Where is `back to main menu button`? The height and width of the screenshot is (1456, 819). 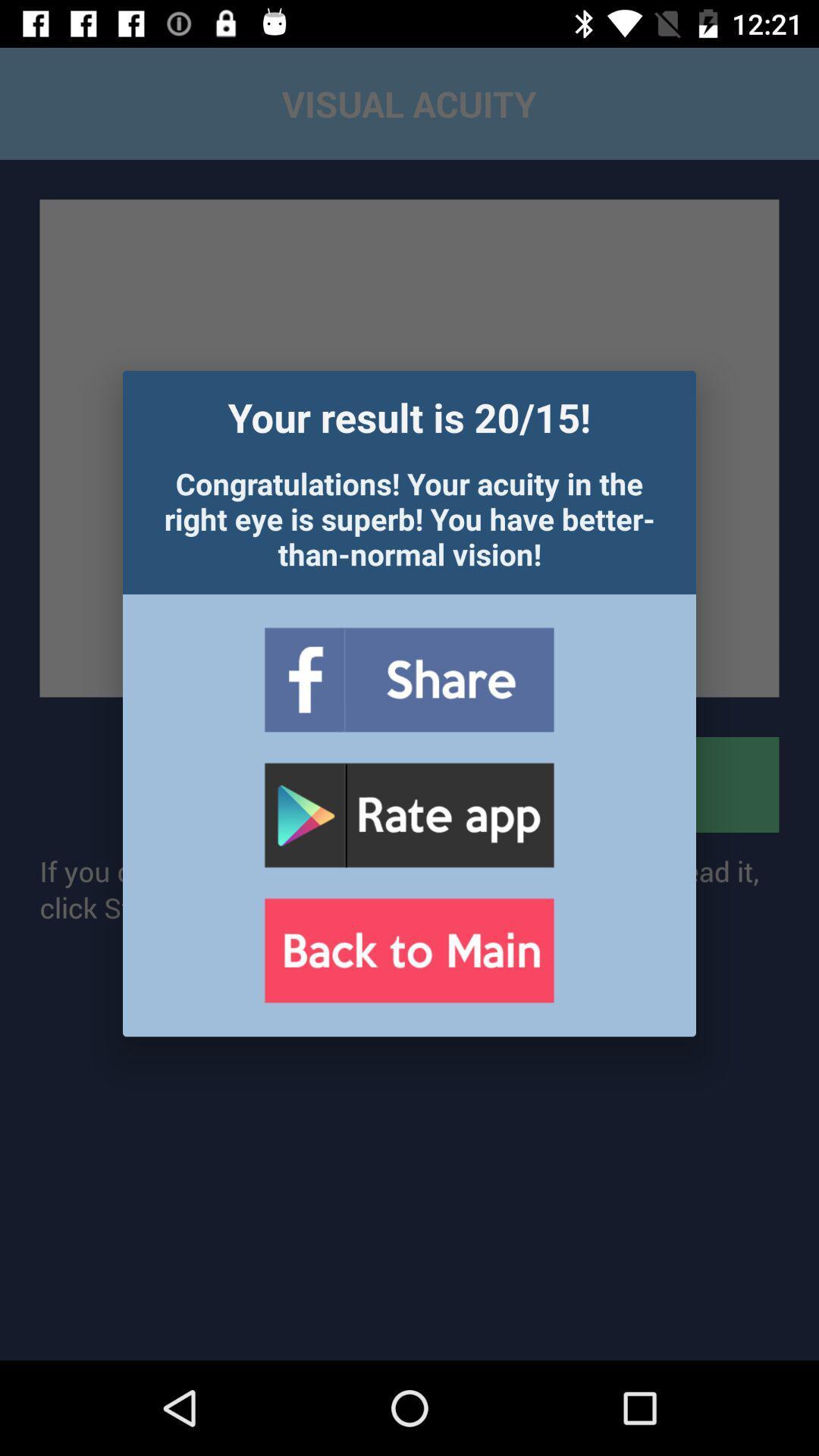
back to main menu button is located at coordinates (408, 949).